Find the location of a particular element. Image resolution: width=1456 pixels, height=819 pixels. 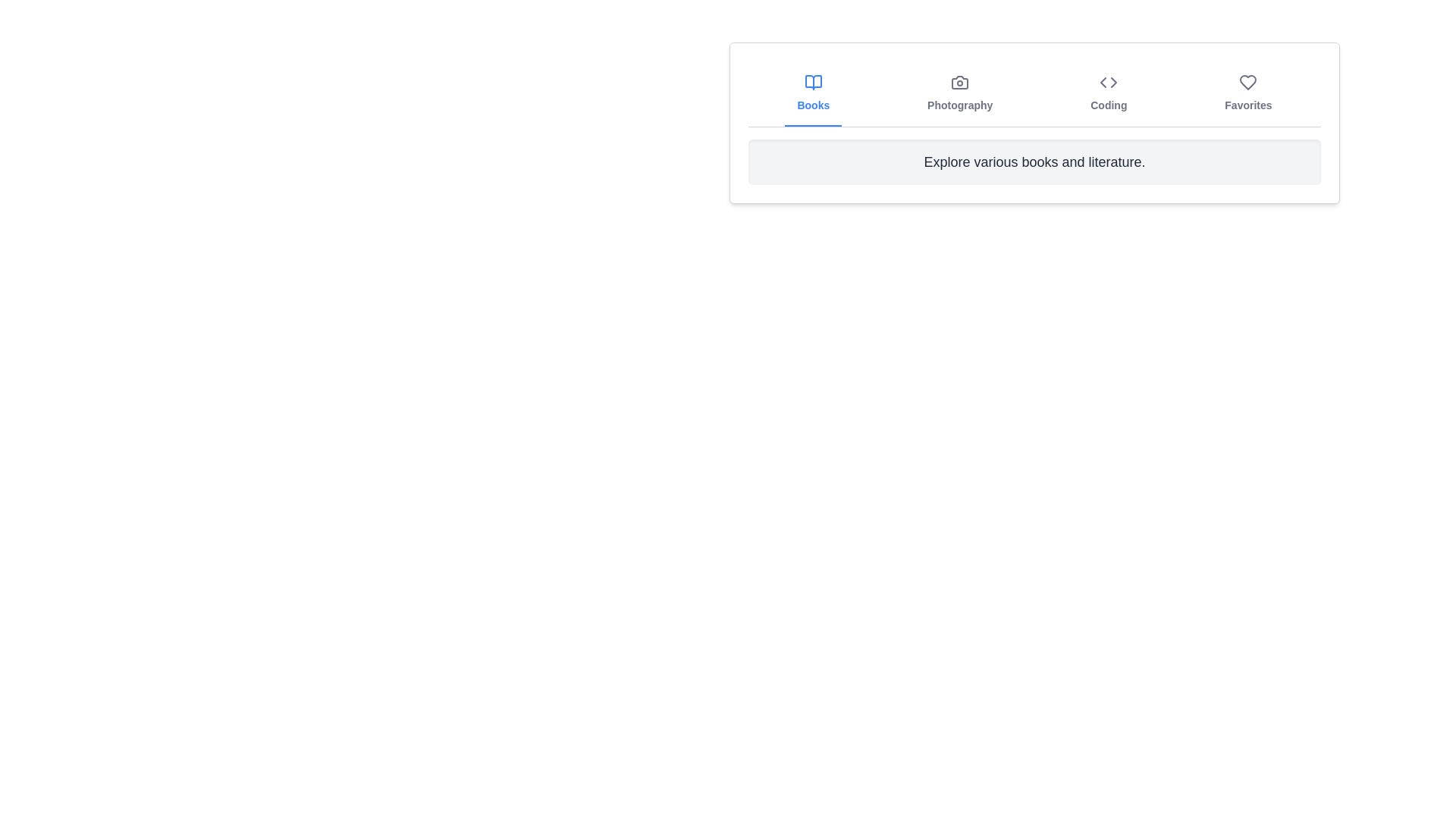

static text label displaying 'Favorites' located in the fourth segment of the top navigation menu, positioned below a heart-shaped icon is located at coordinates (1248, 104).